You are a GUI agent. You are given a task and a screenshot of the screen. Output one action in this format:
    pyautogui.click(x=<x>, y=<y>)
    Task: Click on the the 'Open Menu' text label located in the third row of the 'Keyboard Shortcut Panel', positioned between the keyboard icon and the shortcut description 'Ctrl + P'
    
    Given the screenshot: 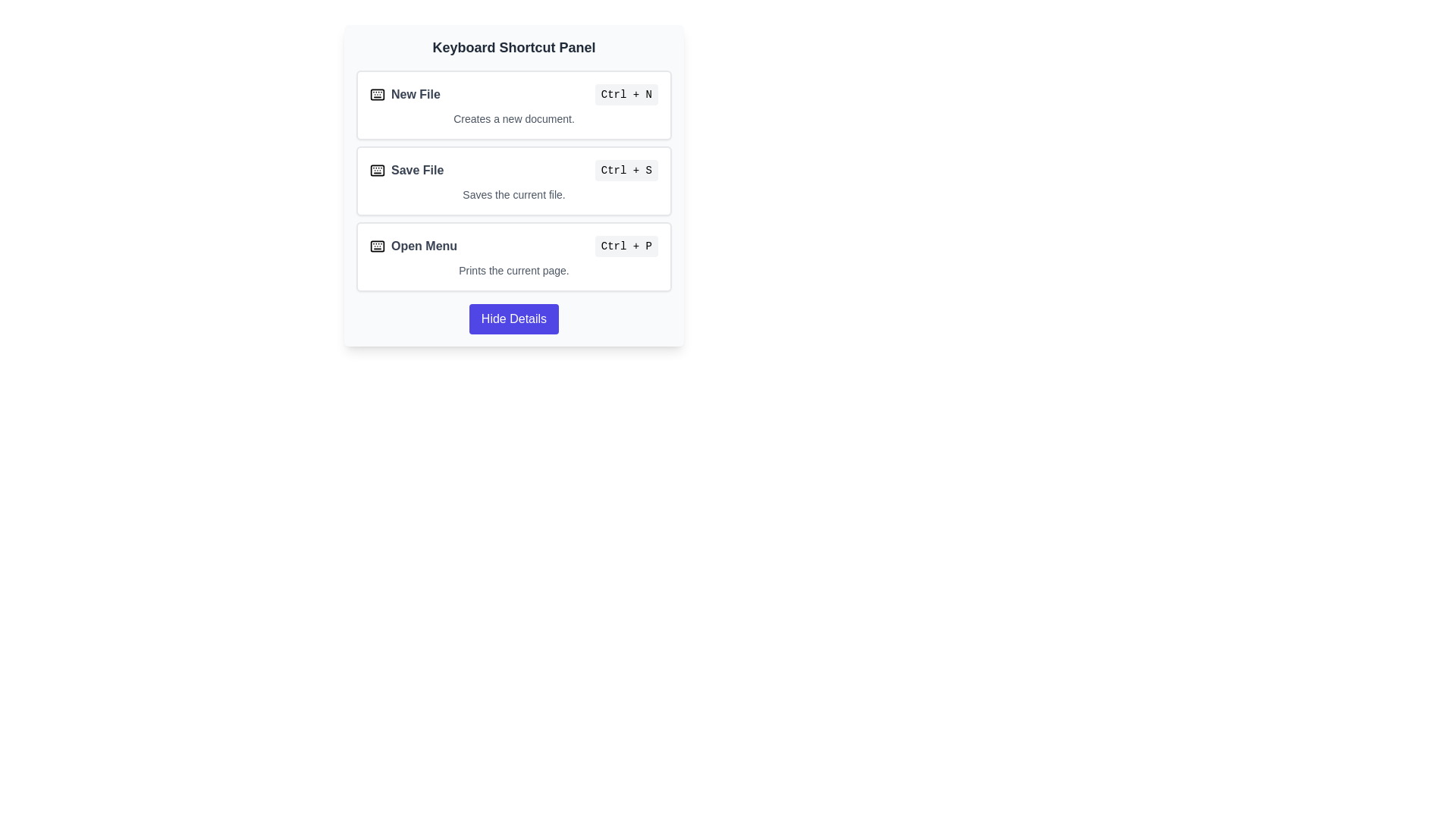 What is the action you would take?
    pyautogui.click(x=424, y=245)
    